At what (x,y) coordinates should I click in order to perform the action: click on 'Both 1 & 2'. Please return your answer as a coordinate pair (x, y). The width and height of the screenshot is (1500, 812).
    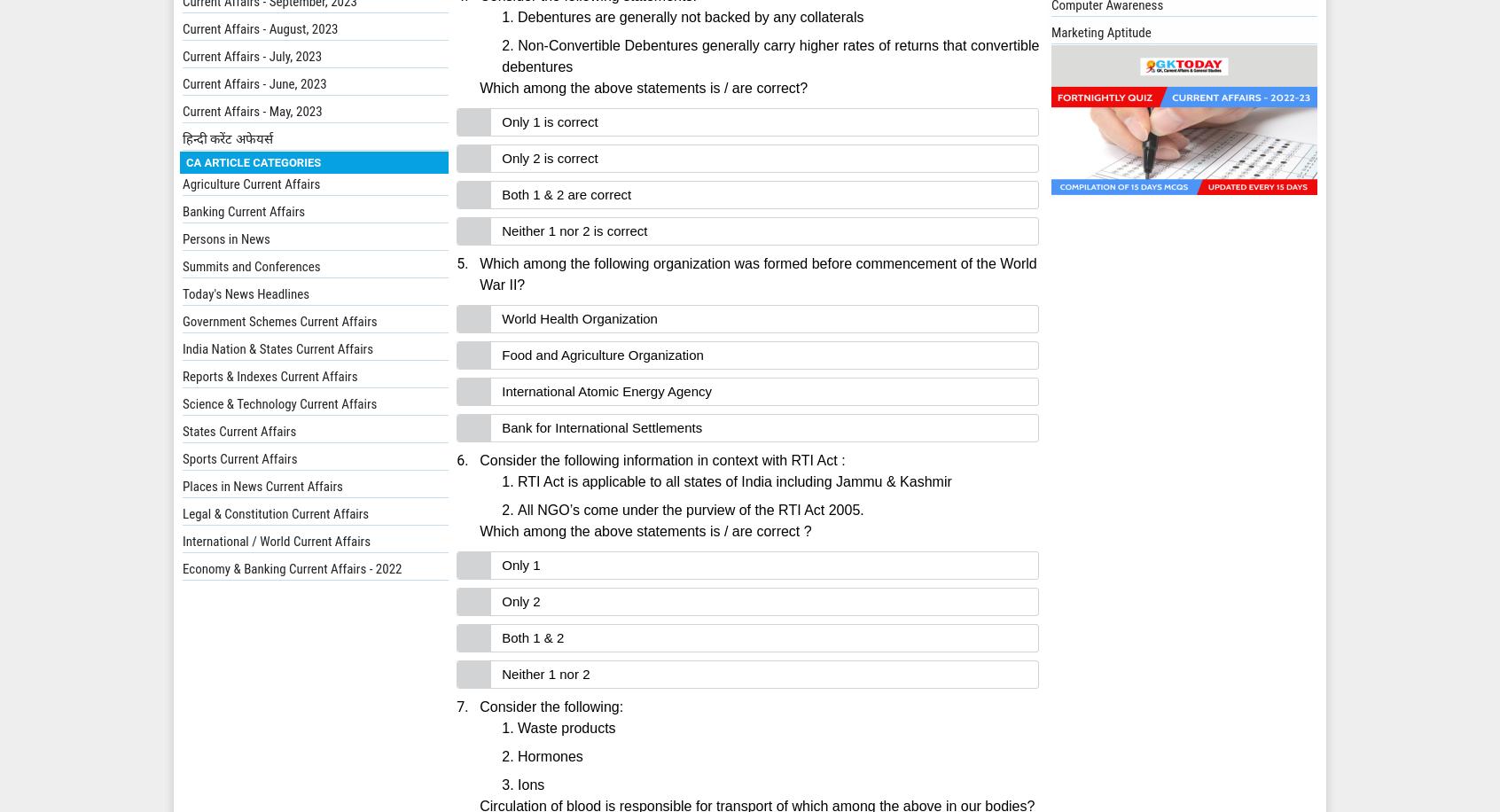
    Looking at the image, I should click on (531, 637).